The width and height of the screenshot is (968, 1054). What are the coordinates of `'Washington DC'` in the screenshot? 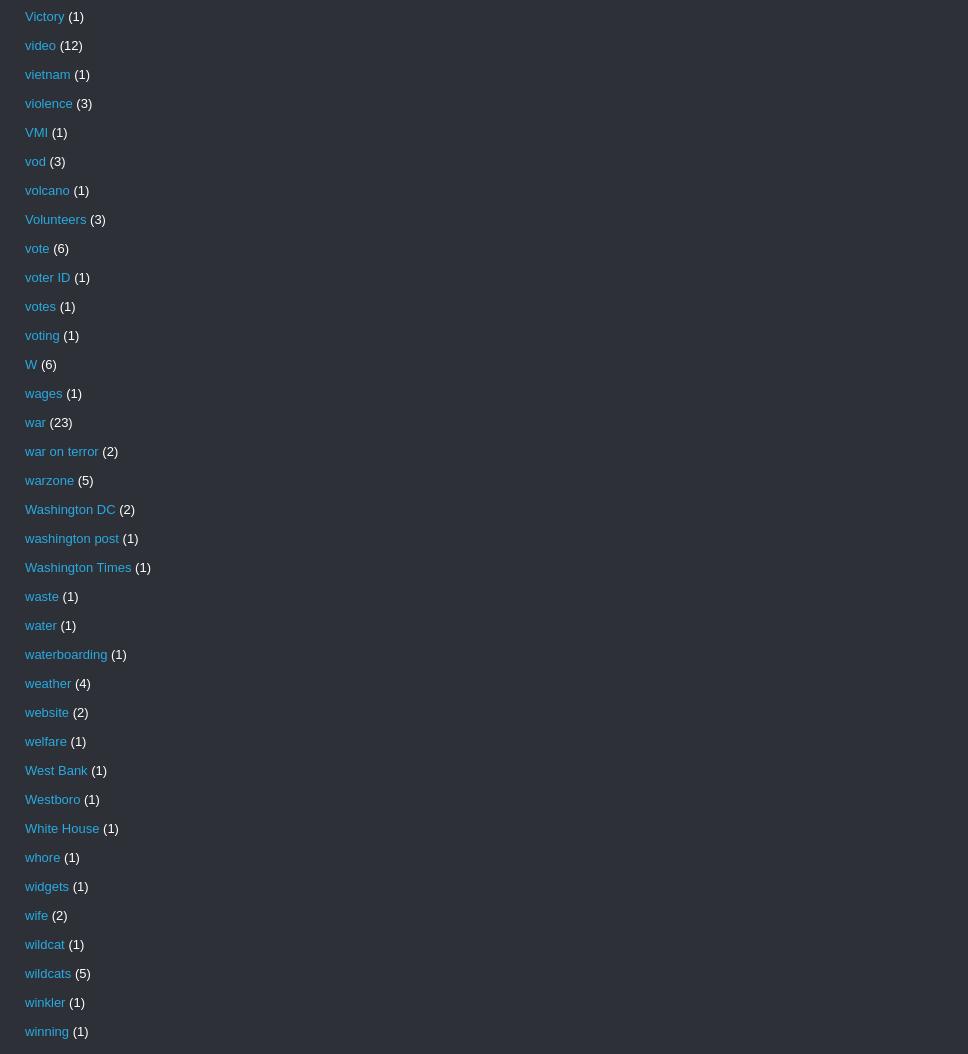 It's located at (68, 508).